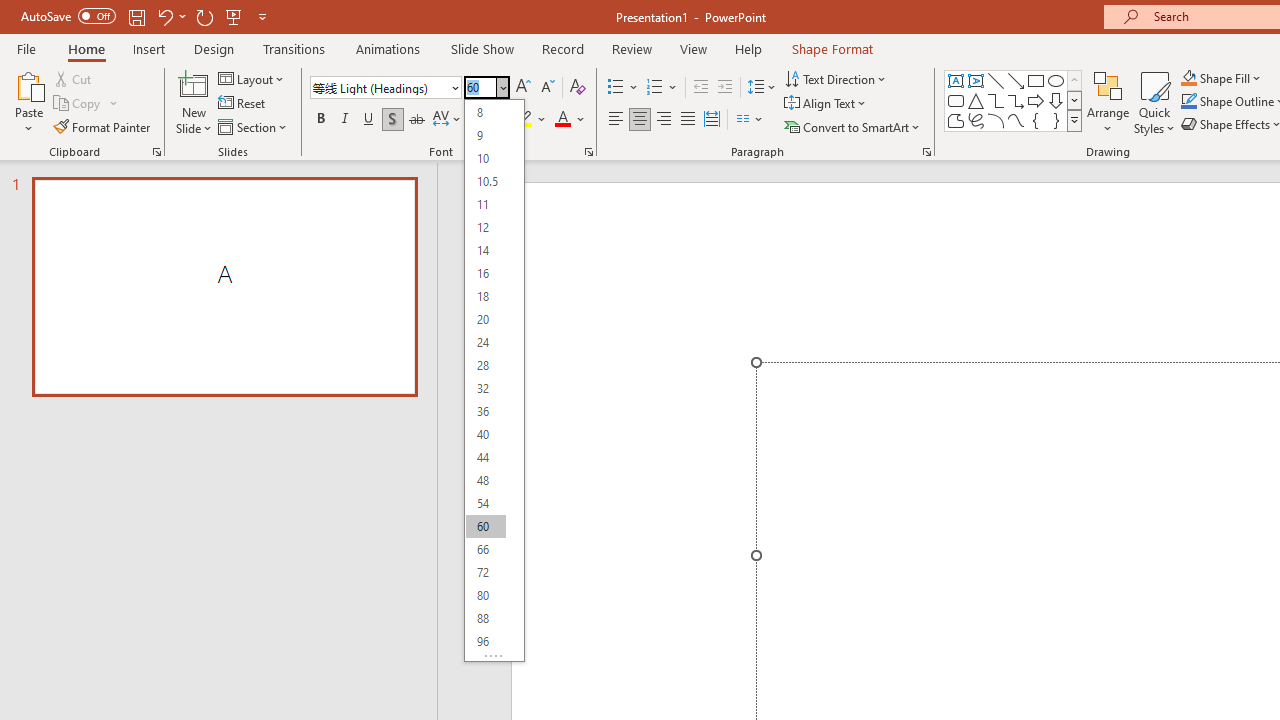  Describe the element at coordinates (485, 249) in the screenshot. I see `'14'` at that location.